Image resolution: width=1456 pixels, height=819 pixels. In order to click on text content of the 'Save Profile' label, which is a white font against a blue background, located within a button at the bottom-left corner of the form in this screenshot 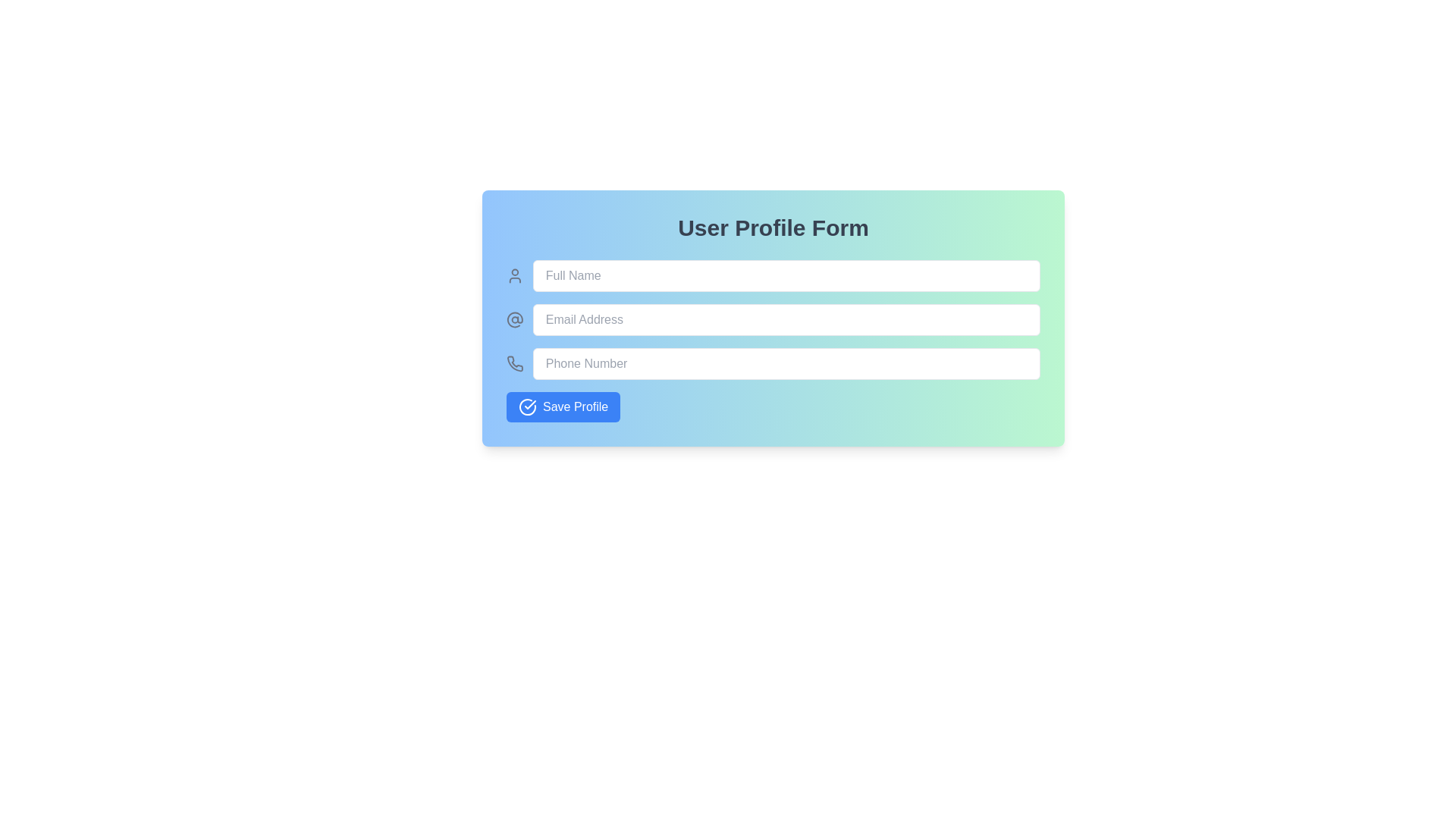, I will do `click(575, 406)`.